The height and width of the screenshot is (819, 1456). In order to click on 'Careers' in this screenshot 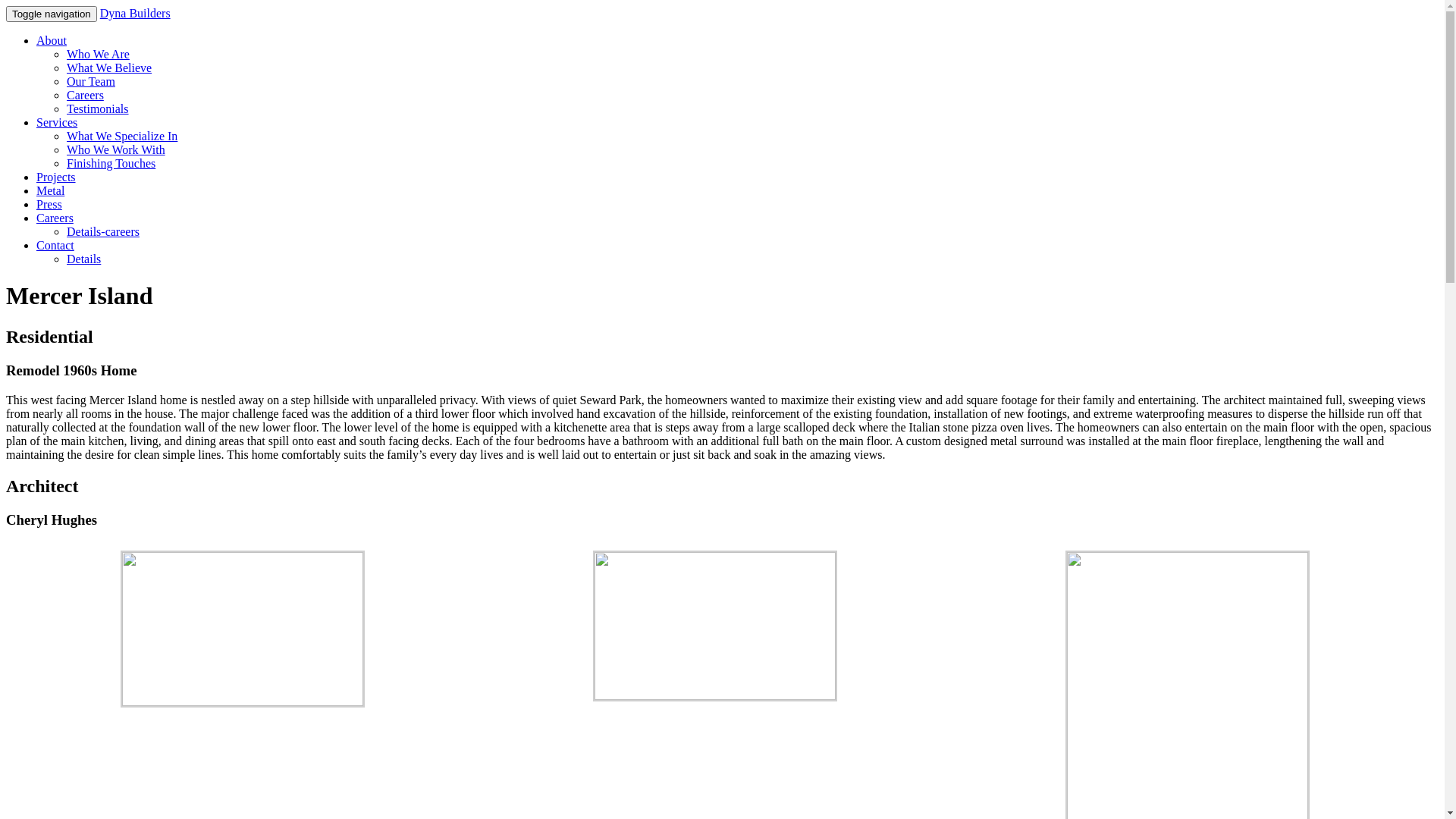, I will do `click(55, 218)`.